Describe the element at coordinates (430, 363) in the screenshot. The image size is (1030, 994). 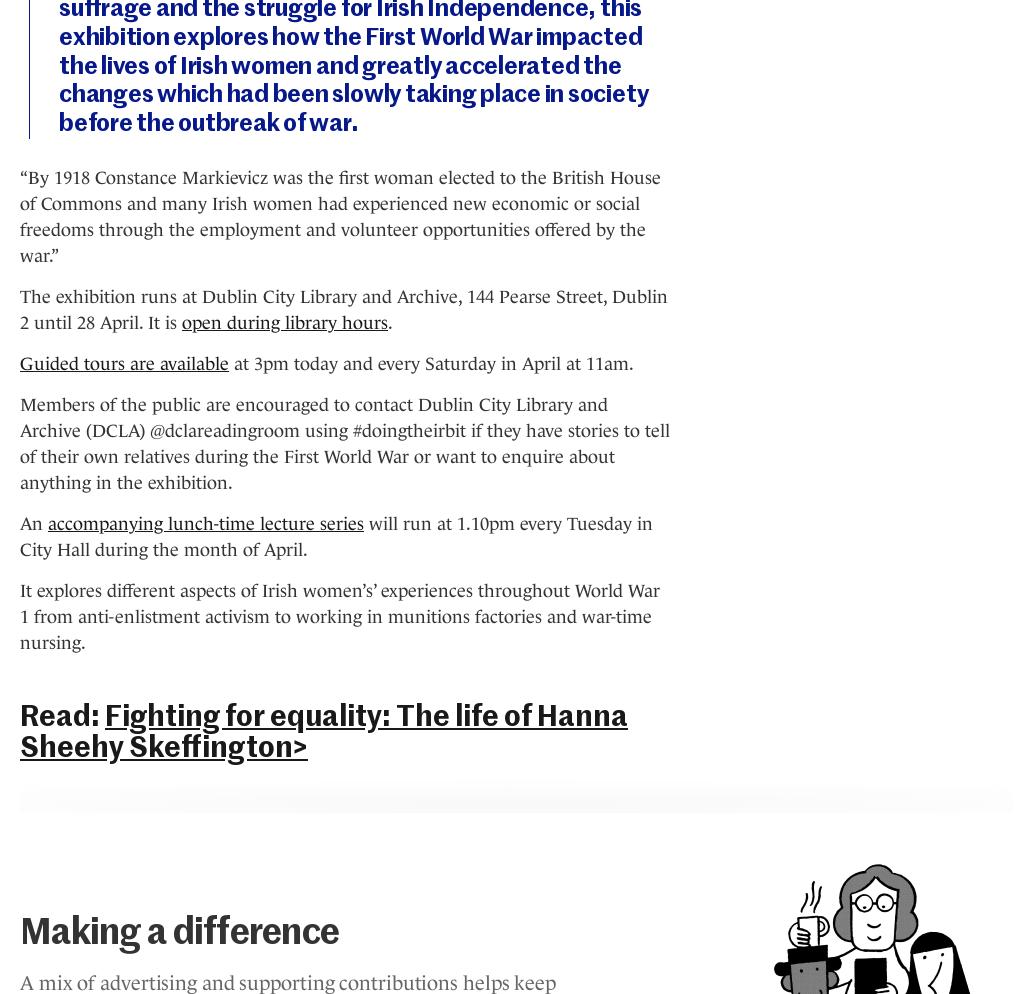
I see `'at 3pm today and every Saturday in April at 11am.'` at that location.